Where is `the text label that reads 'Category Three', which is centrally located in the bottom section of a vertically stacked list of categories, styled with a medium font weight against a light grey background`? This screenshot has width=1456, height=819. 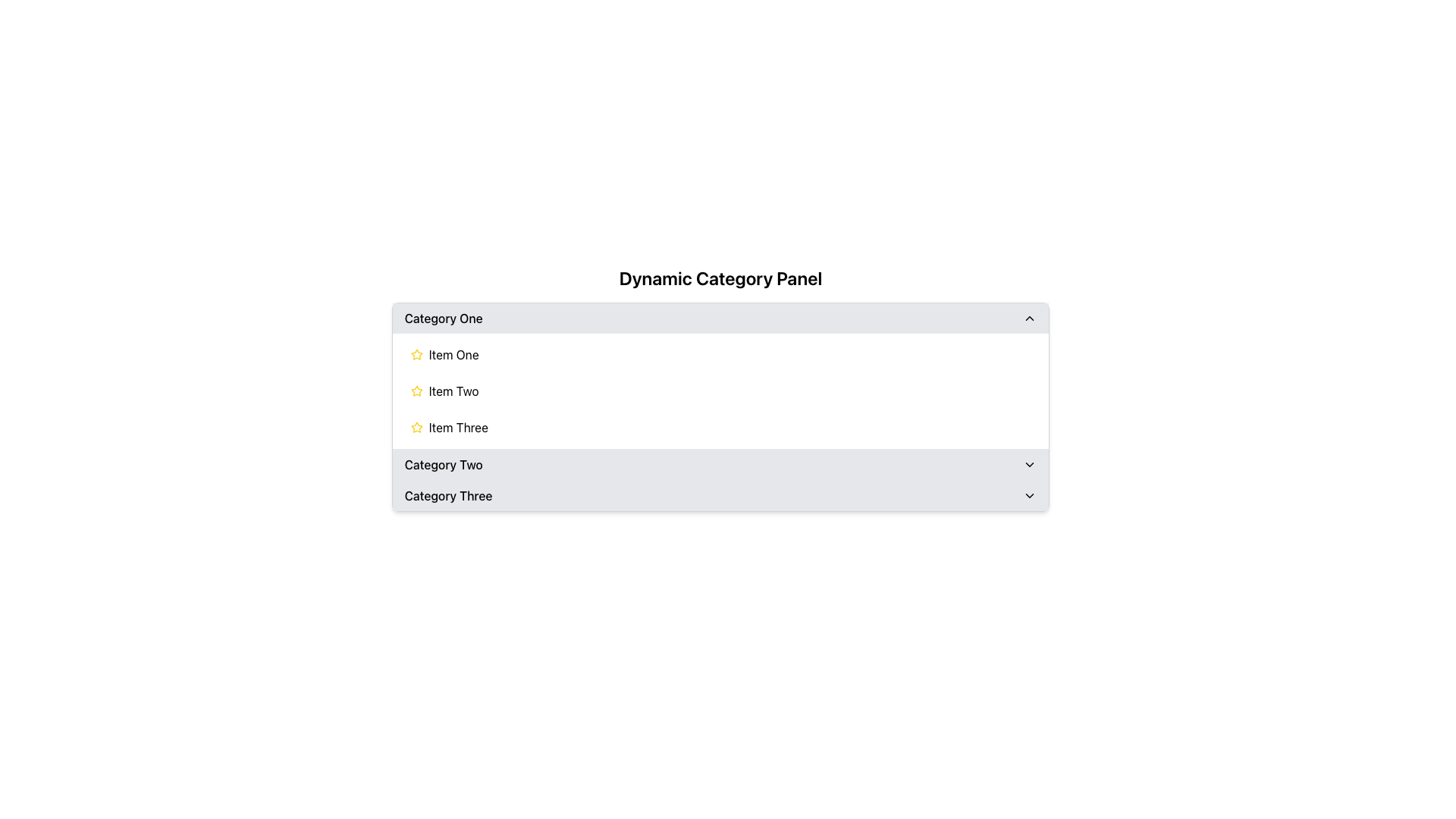 the text label that reads 'Category Three', which is centrally located in the bottom section of a vertically stacked list of categories, styled with a medium font weight against a light grey background is located at coordinates (447, 496).